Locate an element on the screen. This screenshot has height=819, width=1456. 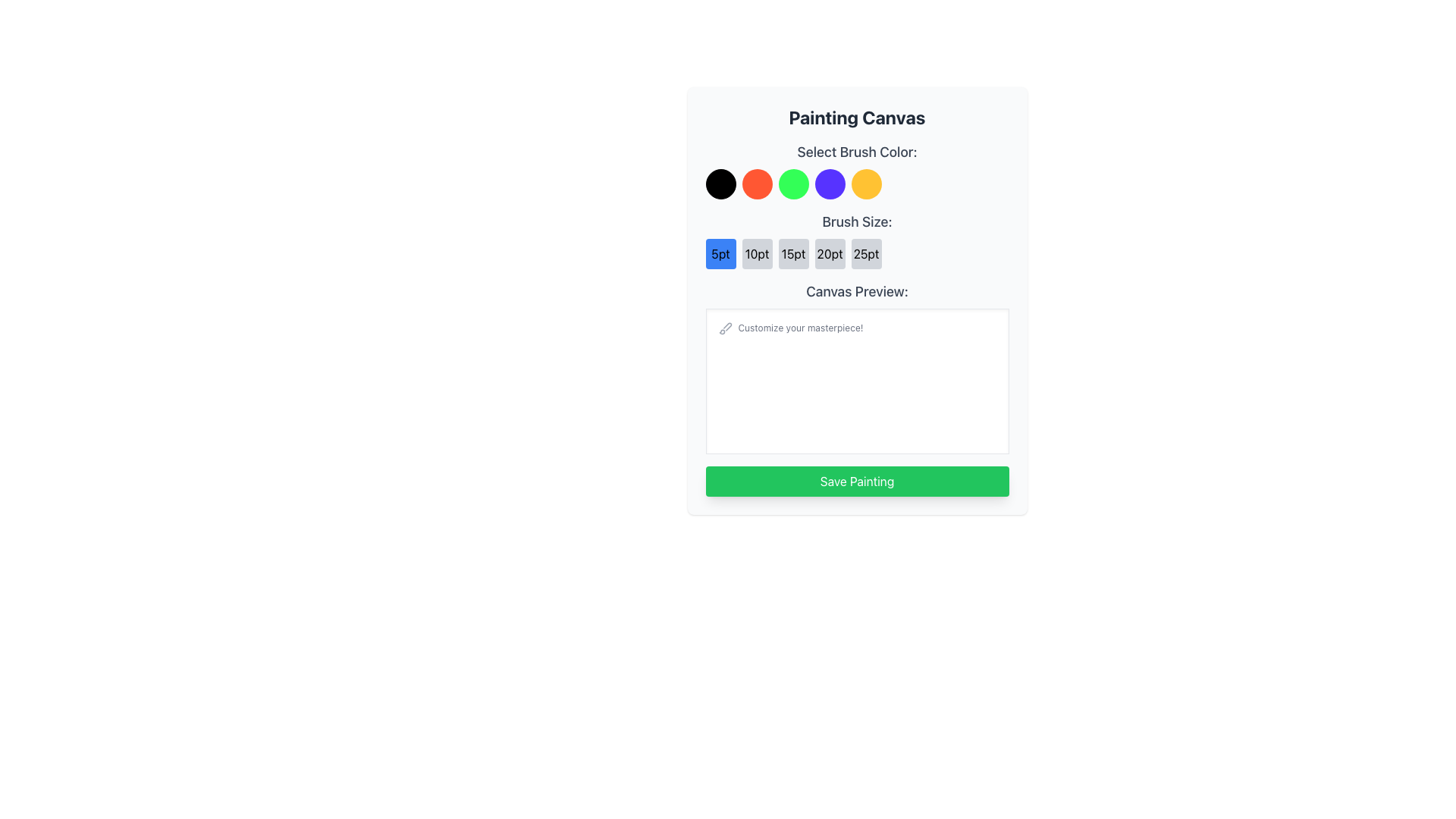
the 'Save Painting' button, which has a green background and white text, to observe the color change effect is located at coordinates (857, 482).